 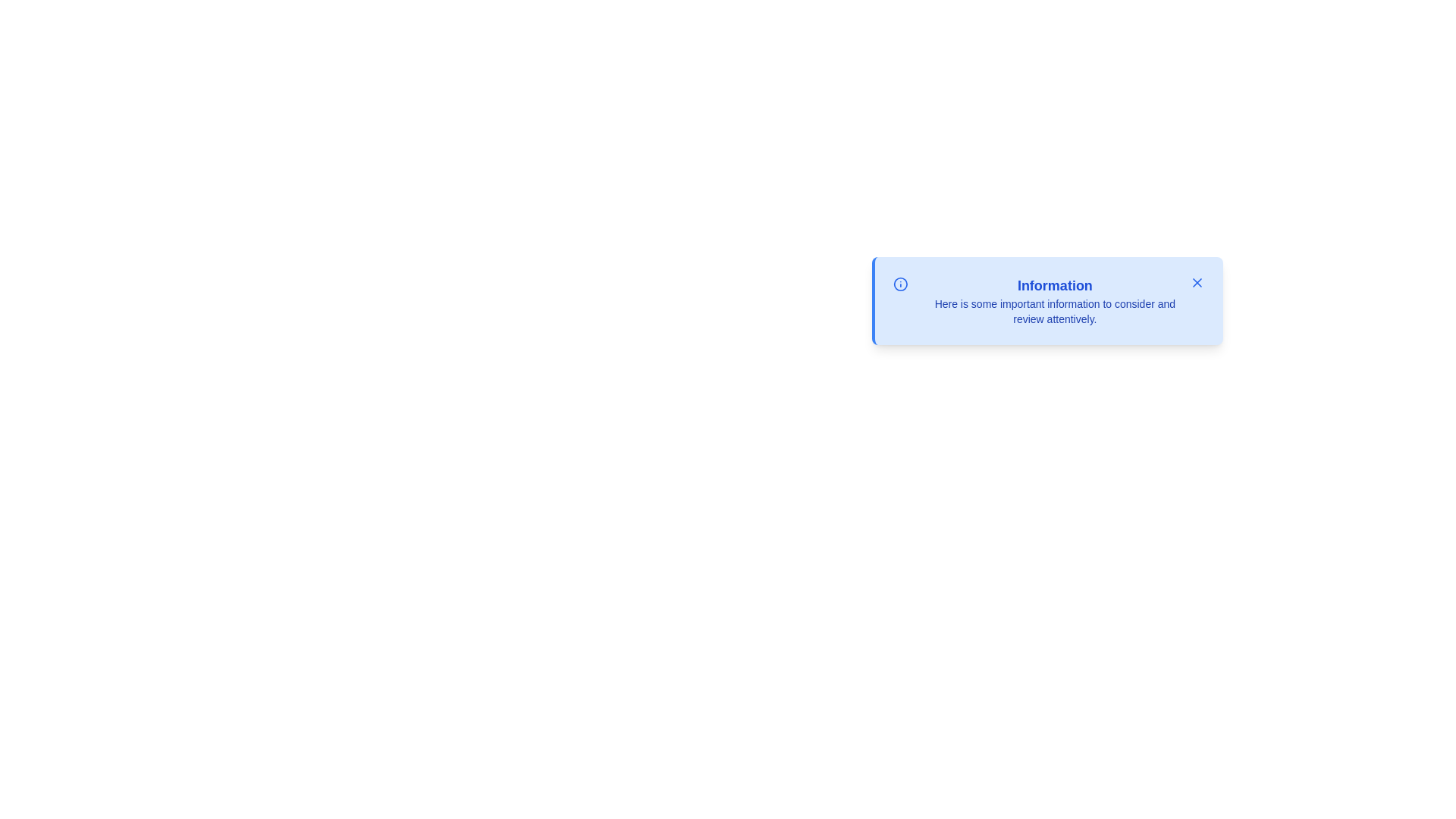 What do you see at coordinates (1054, 301) in the screenshot?
I see `the text area of the alert to select its content` at bounding box center [1054, 301].